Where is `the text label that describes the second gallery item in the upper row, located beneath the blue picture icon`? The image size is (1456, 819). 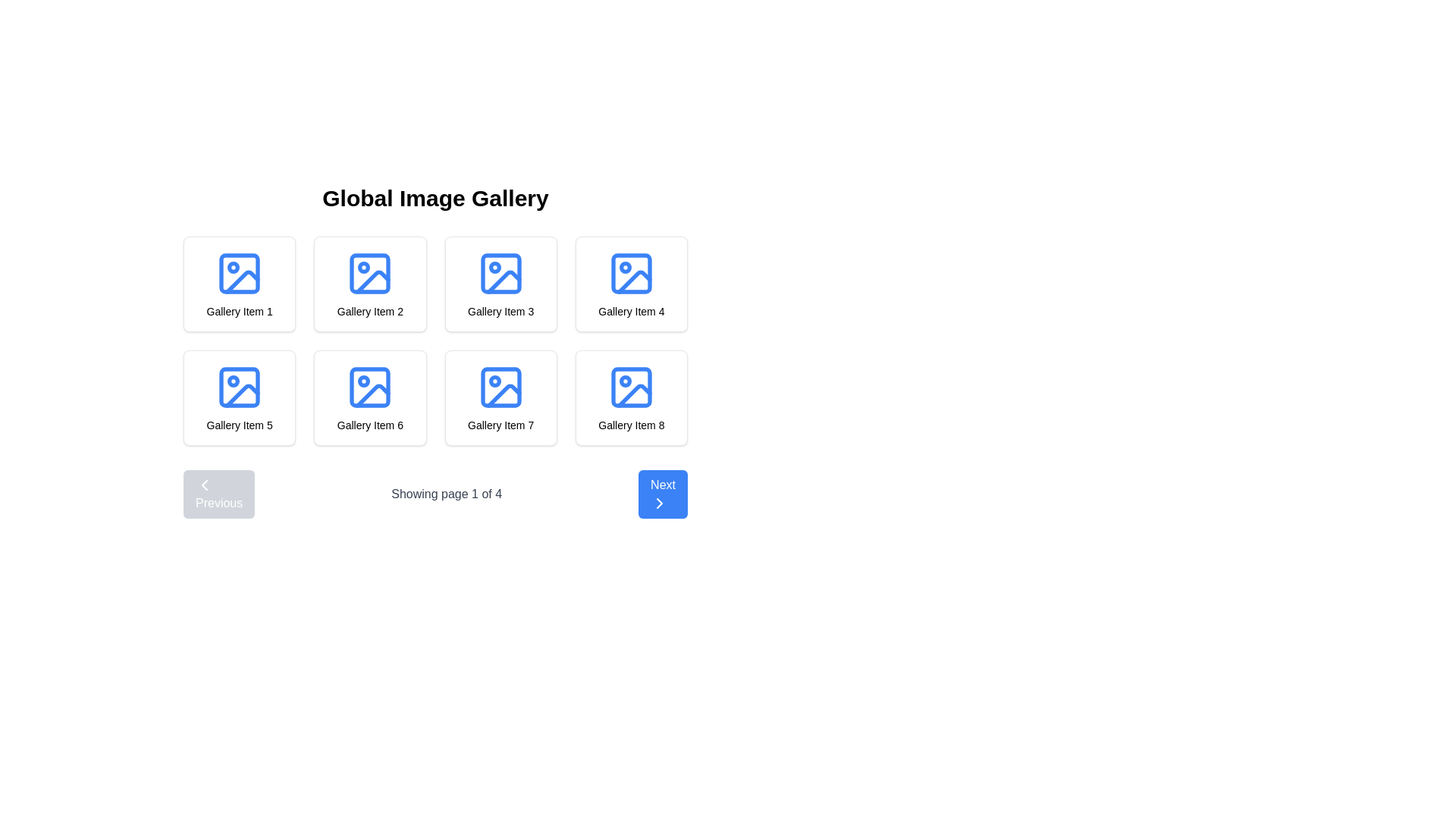
the text label that describes the second gallery item in the upper row, located beneath the blue picture icon is located at coordinates (370, 311).